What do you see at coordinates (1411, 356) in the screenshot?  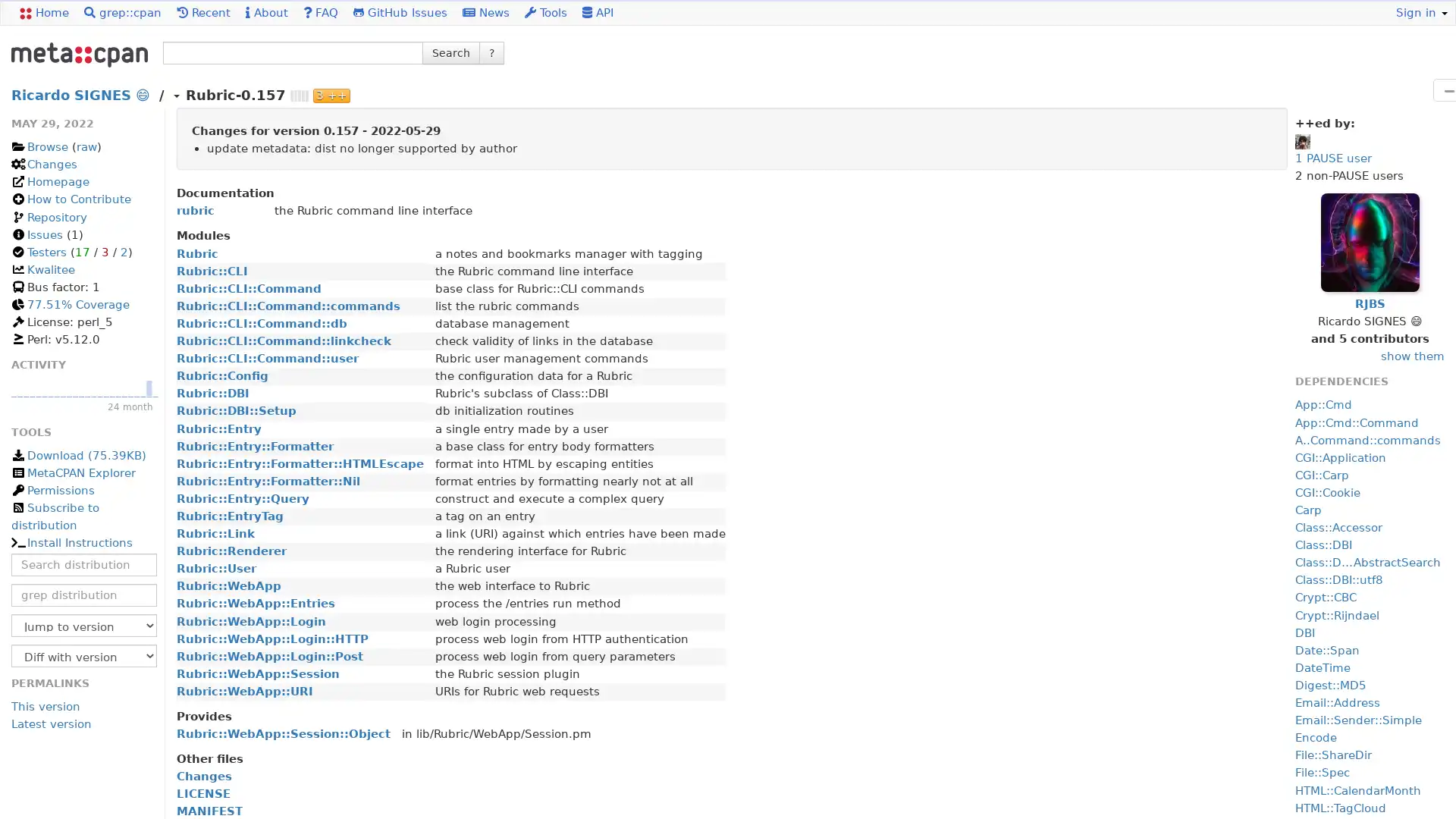 I see `show them` at bounding box center [1411, 356].